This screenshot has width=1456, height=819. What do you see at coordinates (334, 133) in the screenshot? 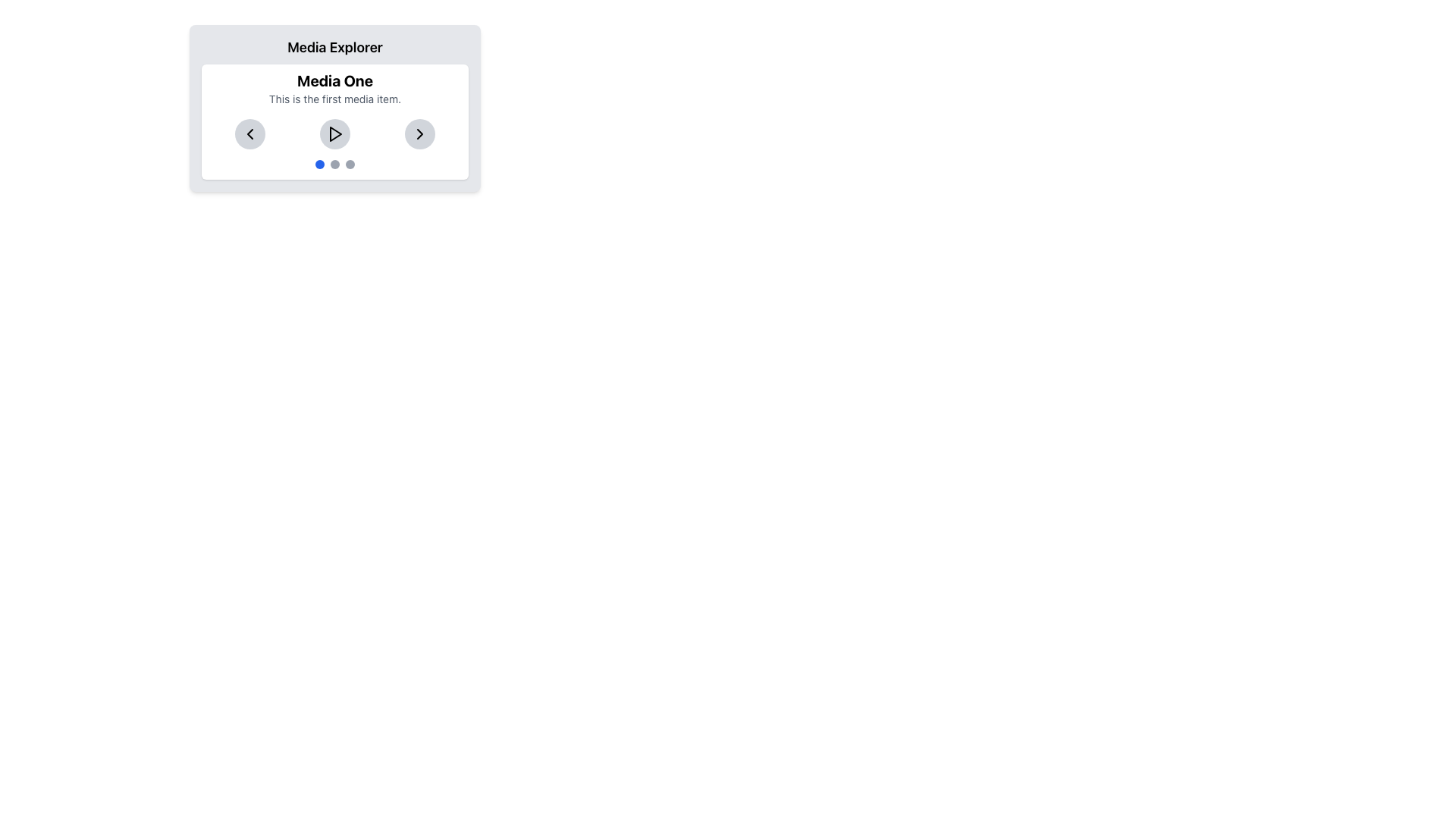
I see `the 'play' icon in the central portion of the 'Media Explorer' interface` at bounding box center [334, 133].